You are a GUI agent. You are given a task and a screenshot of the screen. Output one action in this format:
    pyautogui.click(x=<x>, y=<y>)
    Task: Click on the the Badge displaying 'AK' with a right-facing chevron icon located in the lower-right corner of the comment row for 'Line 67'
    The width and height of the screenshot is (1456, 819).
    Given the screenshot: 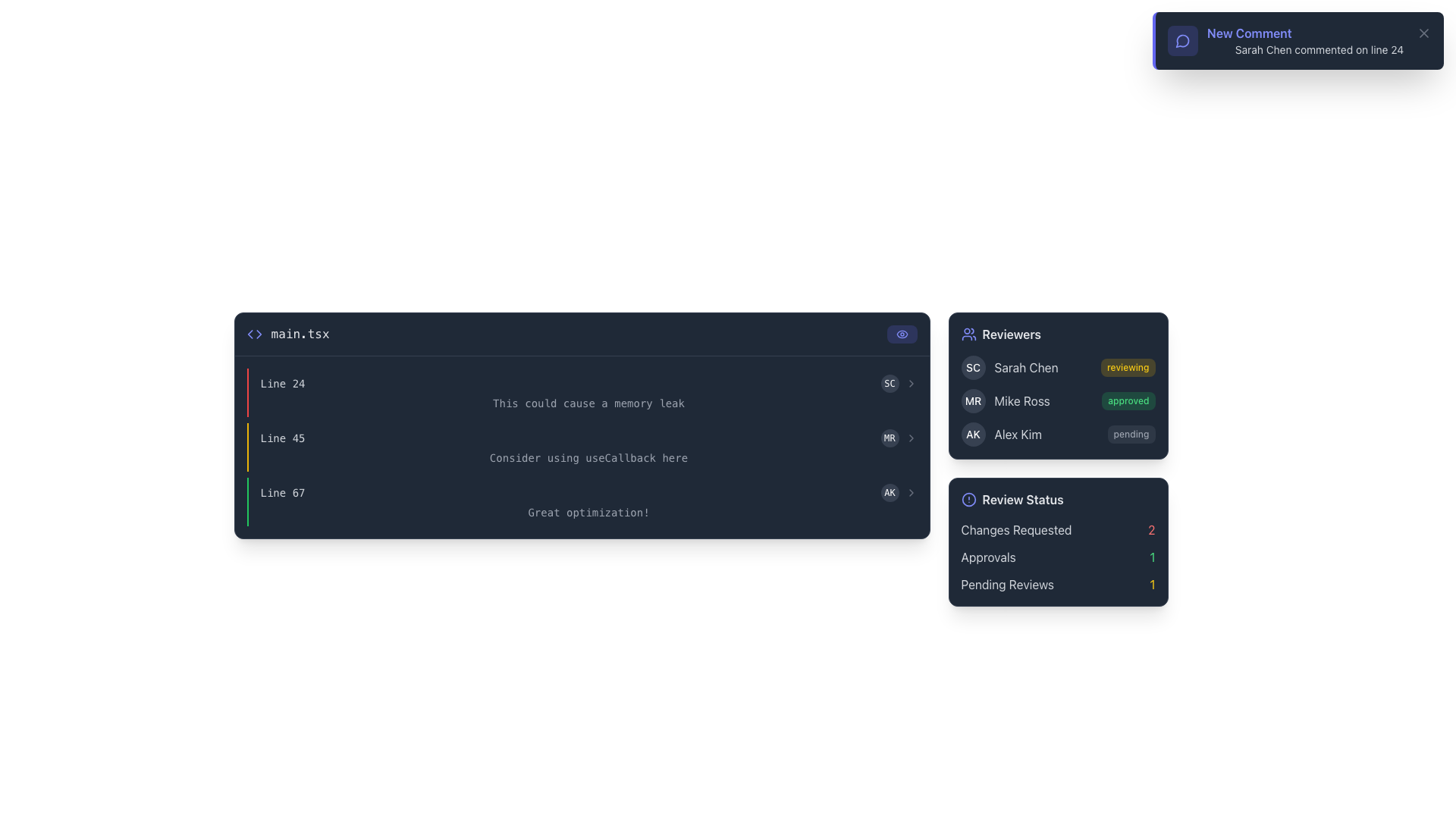 What is the action you would take?
    pyautogui.click(x=899, y=493)
    